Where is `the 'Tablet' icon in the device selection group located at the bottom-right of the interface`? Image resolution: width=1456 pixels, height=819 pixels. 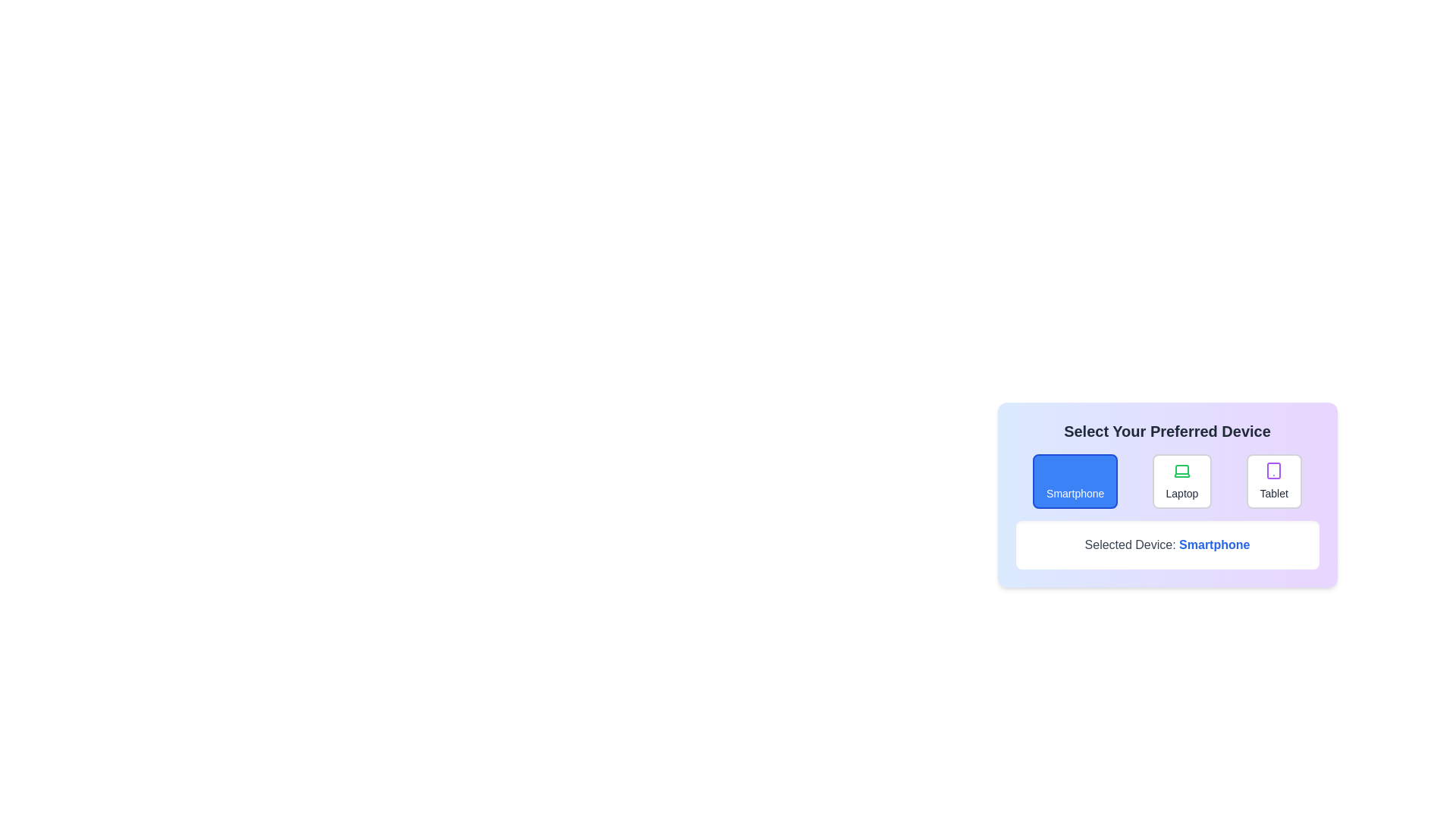 the 'Tablet' icon in the device selection group located at the bottom-right of the interface is located at coordinates (1274, 470).